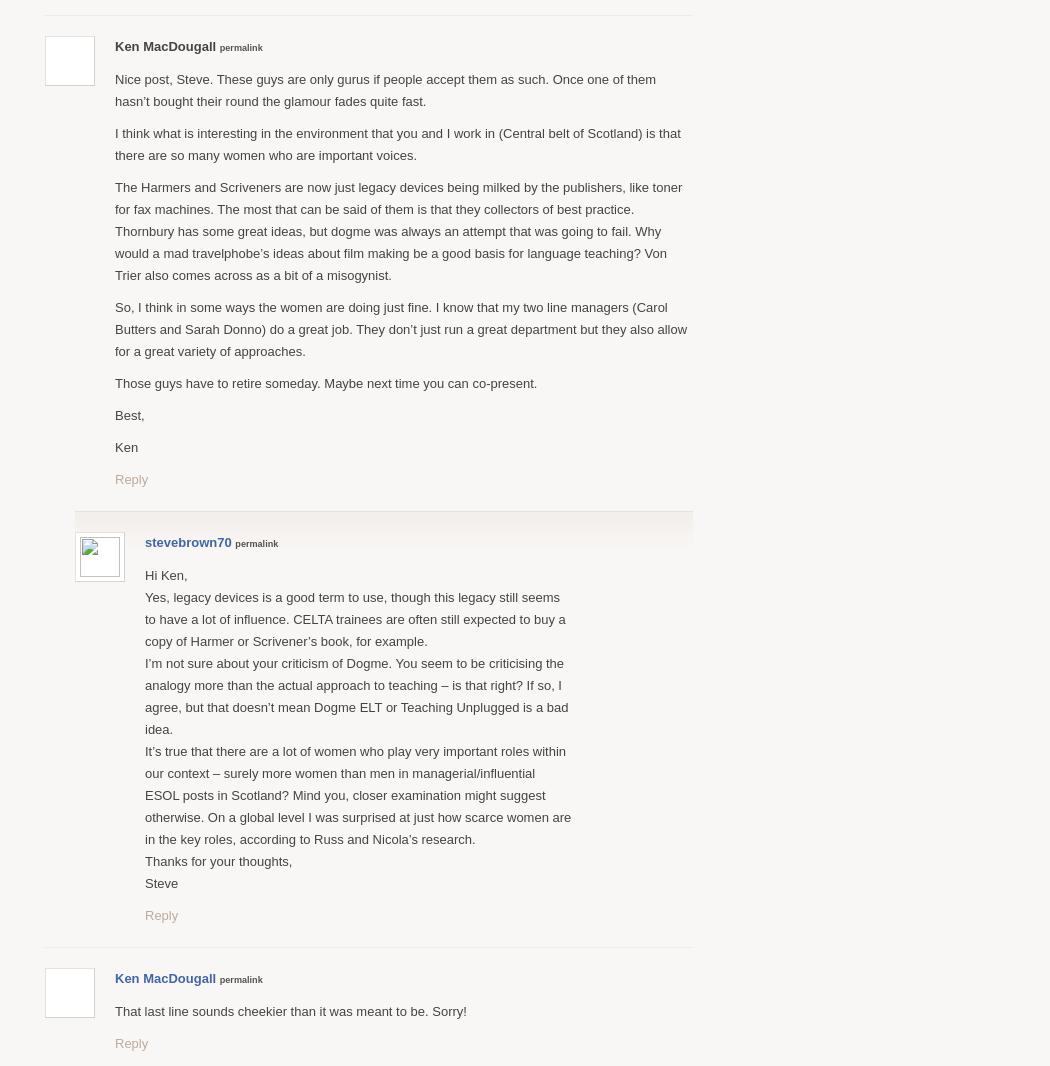 This screenshot has height=1066, width=1050. Describe the element at coordinates (357, 793) in the screenshot. I see `'It’s true that there are a lot of women who play very important roles within our context – surely more women than men in managerial/influential ESOL posts in Scotland? Mind you, closer examination might suggest otherwise. On a global level I was surprised at just how scarce women are in the key roles, according to Russ and Nicola’s research.'` at that location.